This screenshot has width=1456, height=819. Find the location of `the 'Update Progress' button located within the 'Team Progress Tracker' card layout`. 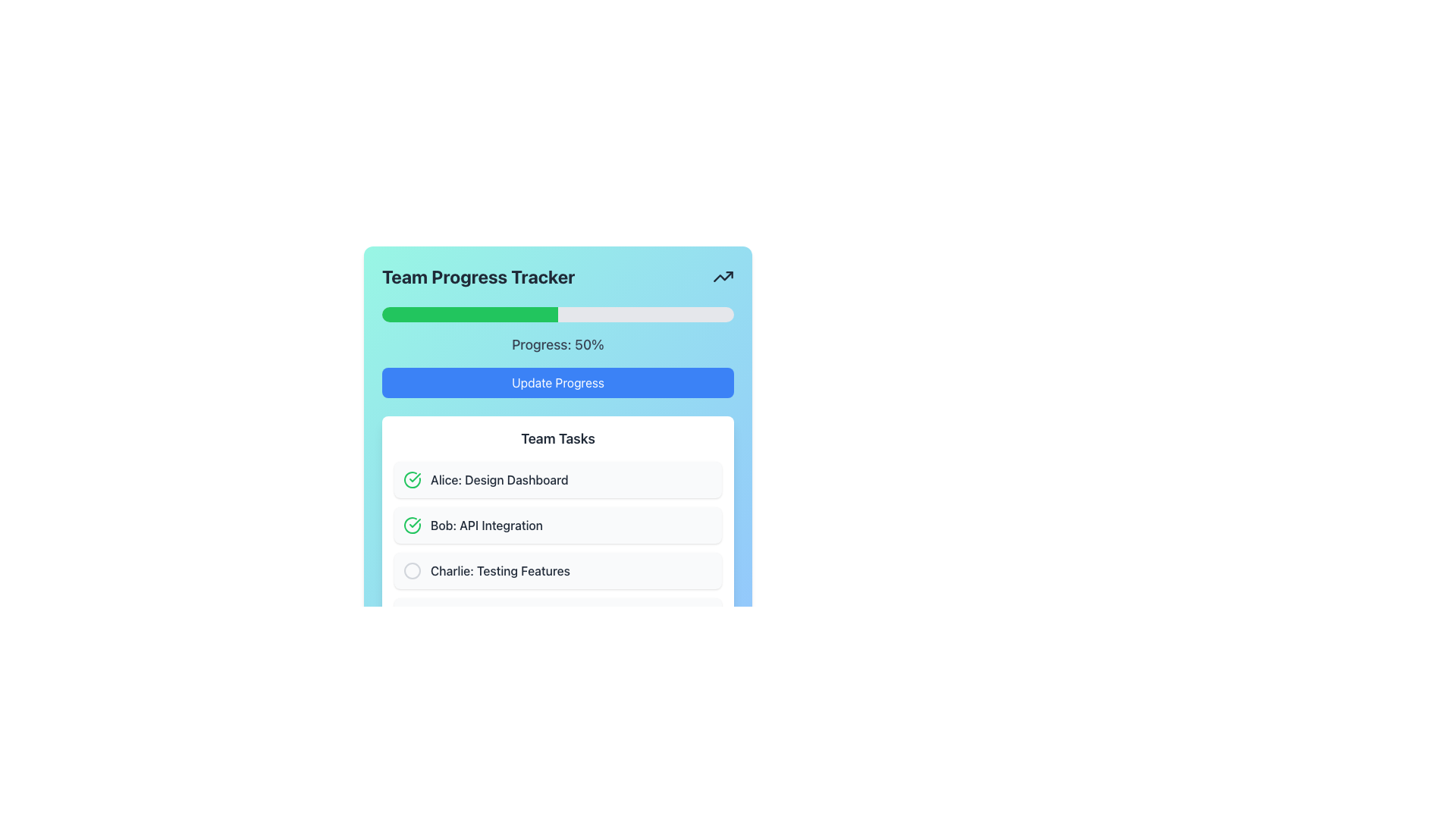

the 'Update Progress' button located within the 'Team Progress Tracker' card layout is located at coordinates (557, 382).